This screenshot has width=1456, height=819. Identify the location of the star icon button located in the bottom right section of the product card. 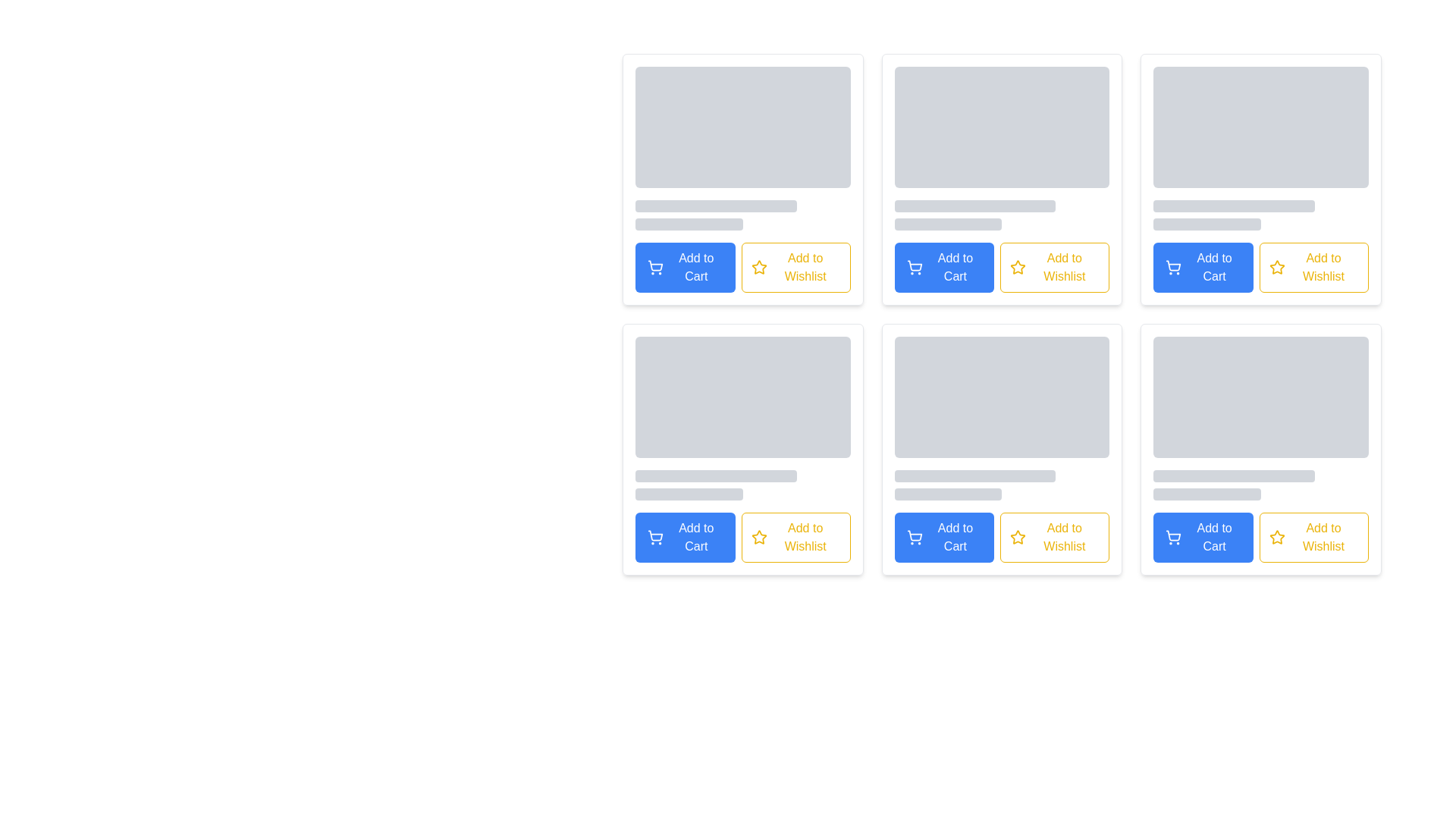
(1276, 536).